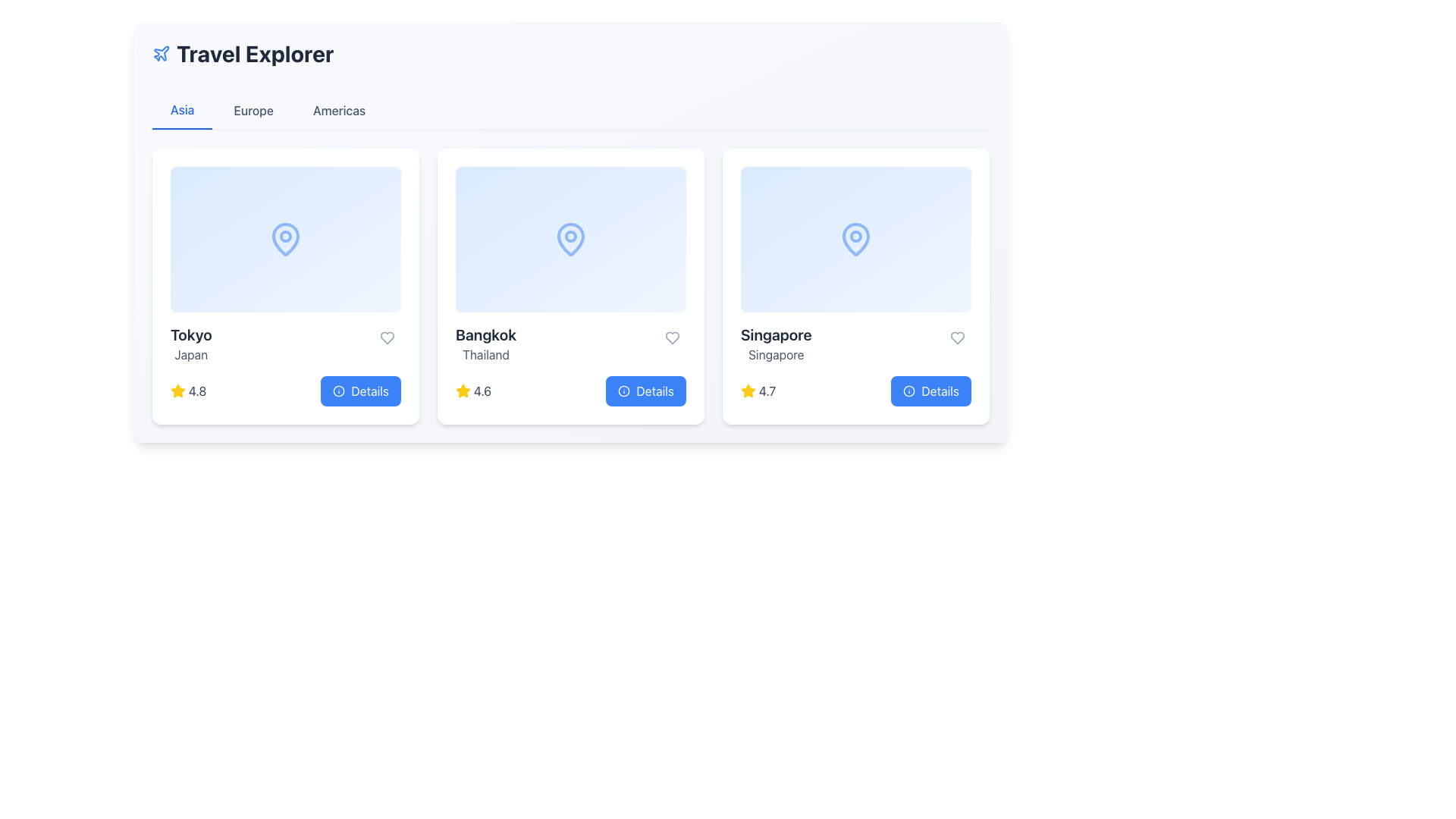 The width and height of the screenshot is (1456, 819). Describe the element at coordinates (624, 391) in the screenshot. I see `the circular information icon with a bold border and 'i' symbol, located within the 'Details' button of the second card for 'Bangkok, Thailand.'` at that location.